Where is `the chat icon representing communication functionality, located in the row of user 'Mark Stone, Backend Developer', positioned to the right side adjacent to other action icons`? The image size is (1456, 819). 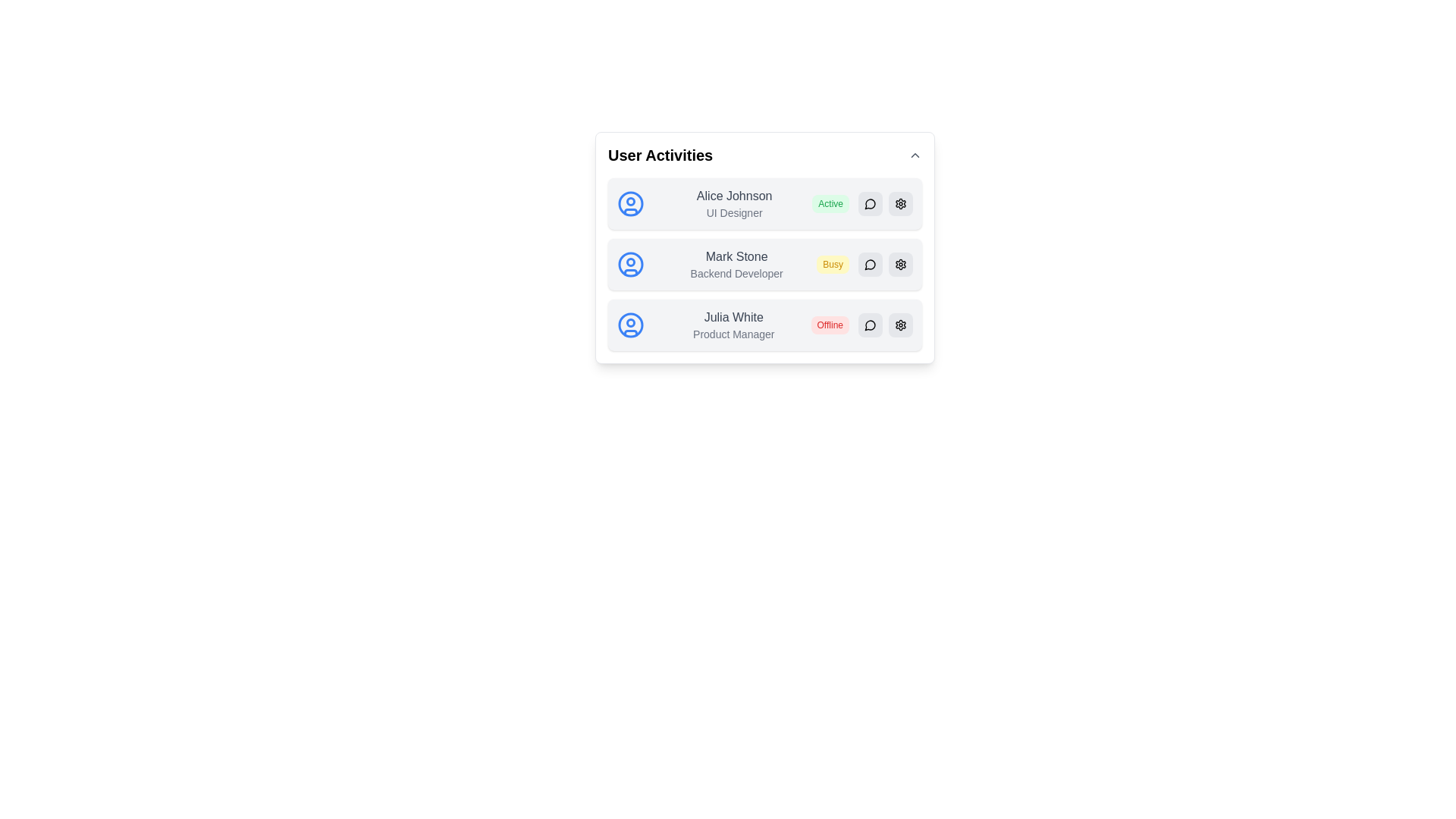 the chat icon representing communication functionality, located in the row of user 'Mark Stone, Backend Developer', positioned to the right side adjacent to other action icons is located at coordinates (870, 264).